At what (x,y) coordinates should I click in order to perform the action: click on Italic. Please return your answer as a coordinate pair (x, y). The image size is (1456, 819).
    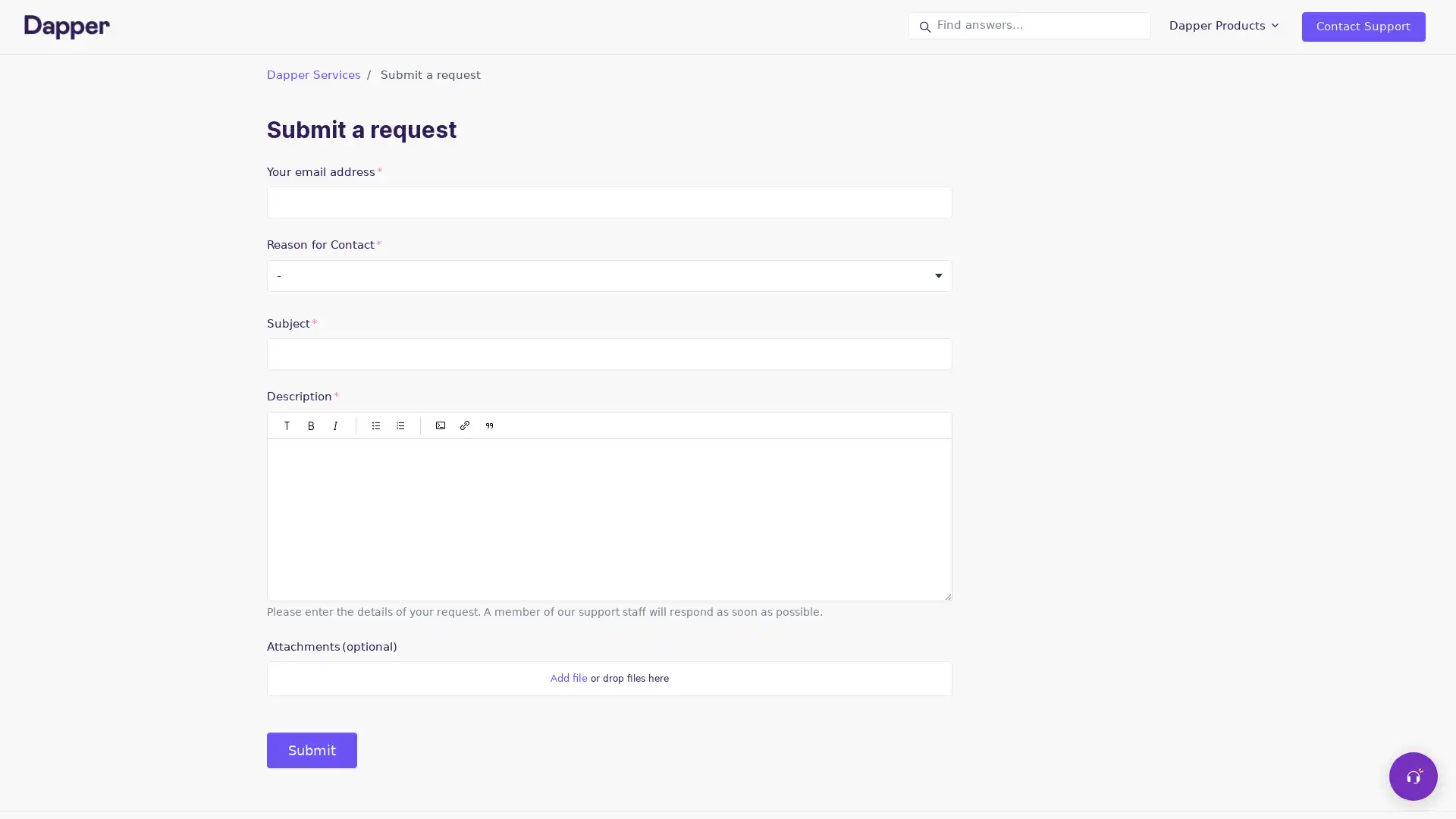
    Looking at the image, I should click on (334, 425).